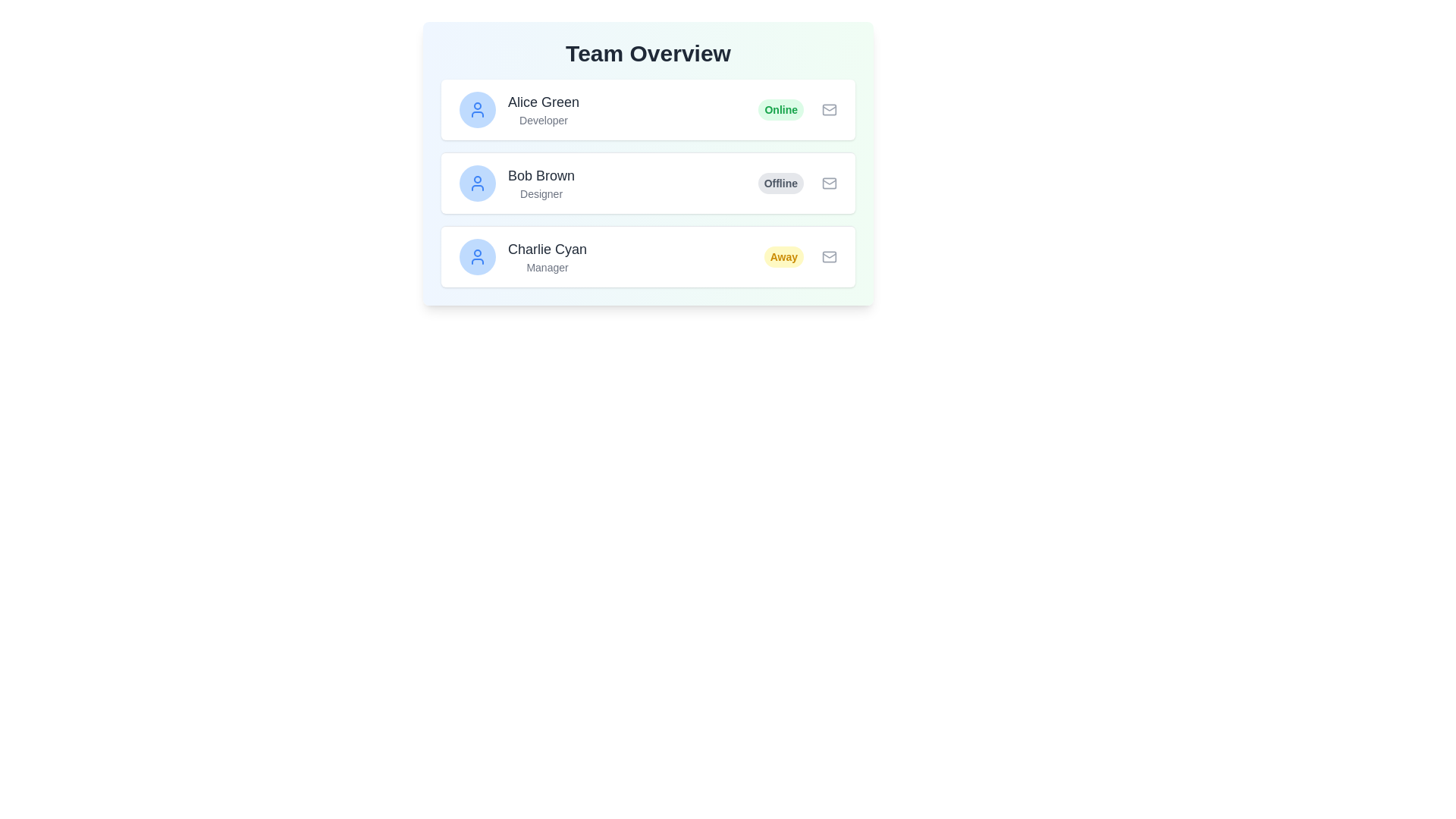 The image size is (1456, 819). I want to click on the text label indicating that 'Bob Brown' is a designer, located in the second card of the user list and positioned below the name, so click(541, 193).